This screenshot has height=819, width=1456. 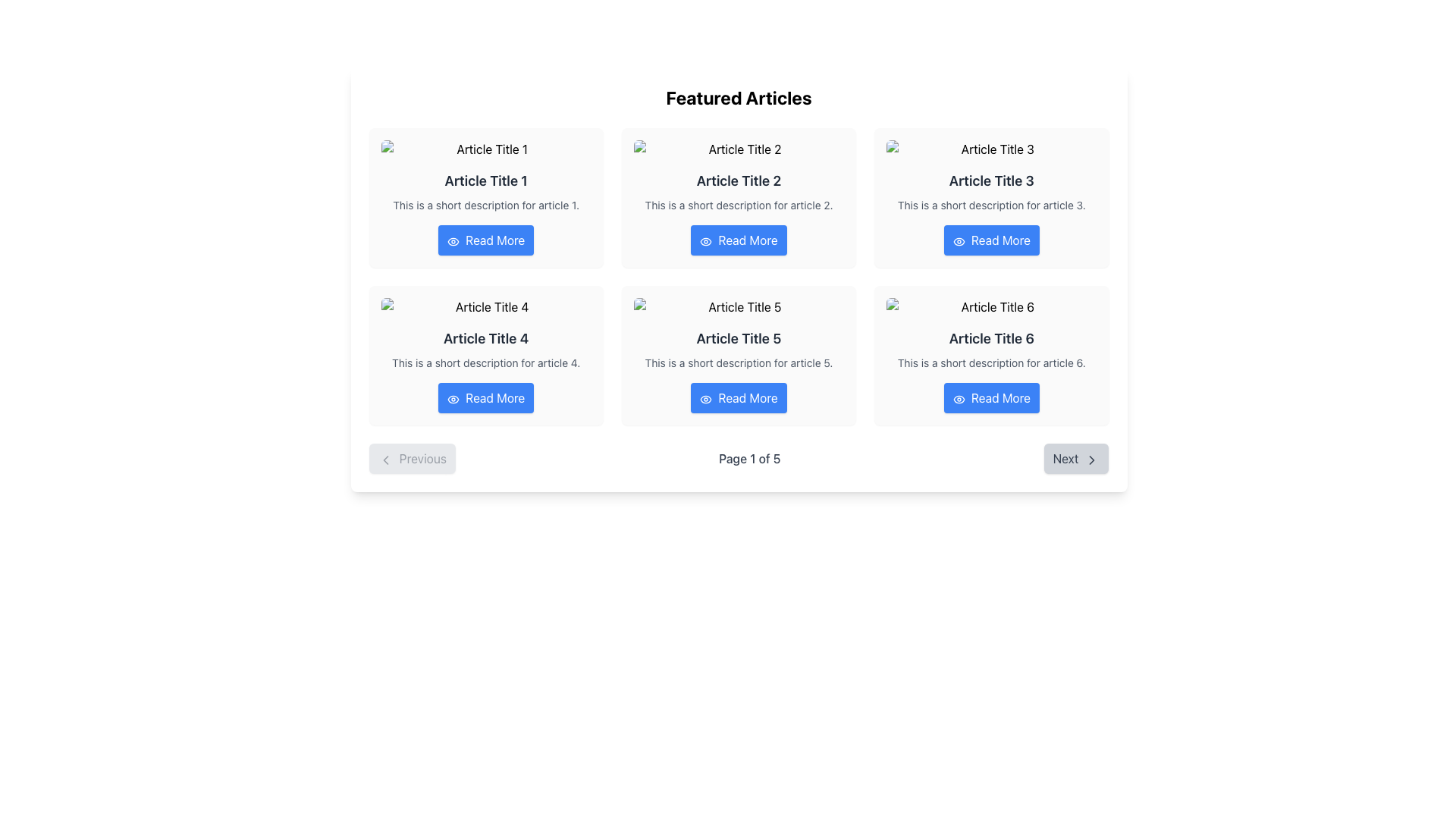 What do you see at coordinates (739, 239) in the screenshot?
I see `the 'Read More' button with a blue background and white text, located in the bottom-right area of the card for 'Article Title 2'` at bounding box center [739, 239].